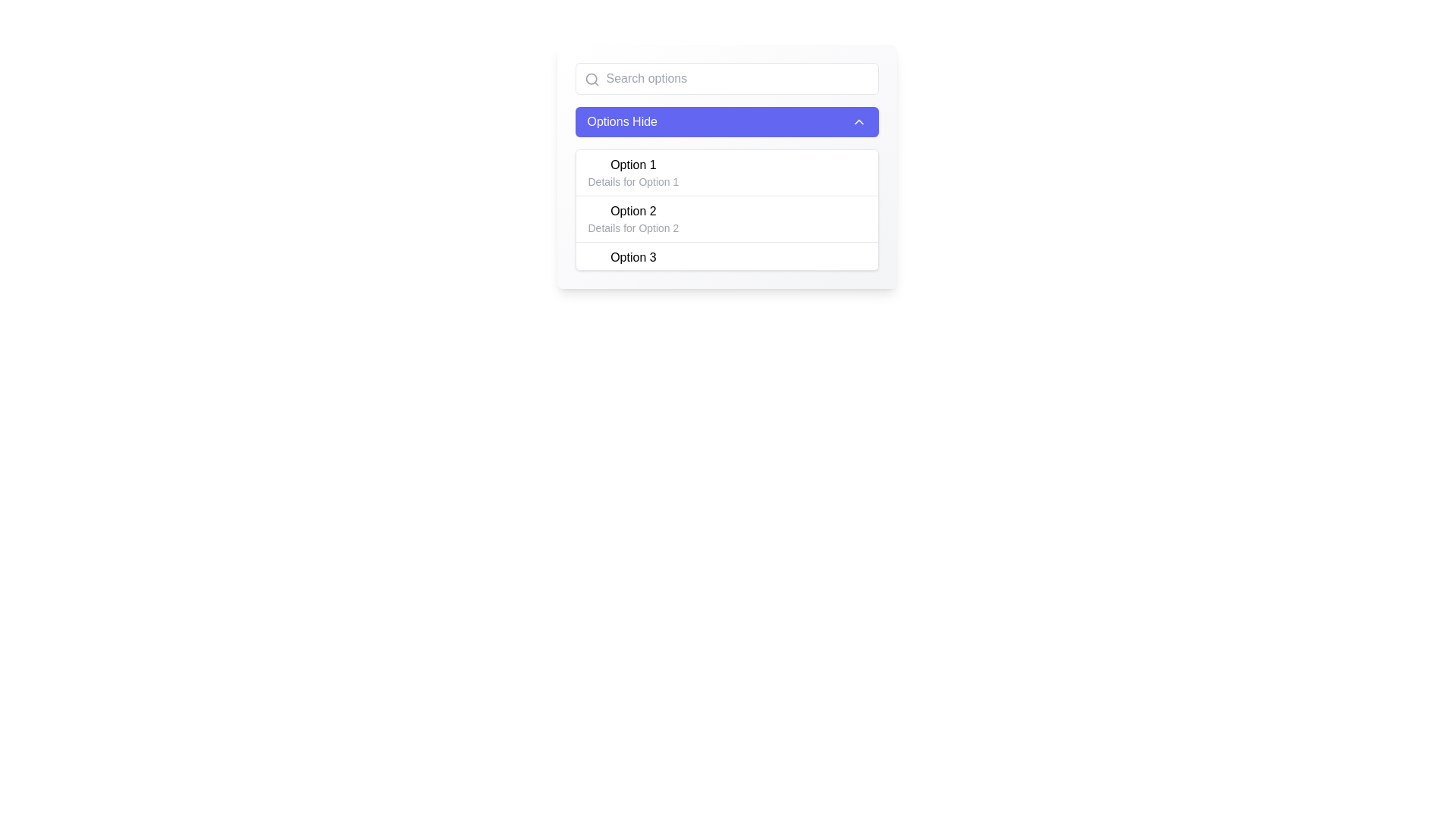 The height and width of the screenshot is (819, 1456). What do you see at coordinates (726, 264) in the screenshot?
I see `the selectable option labeled 'Option 3' which displays additional details below it, indicating its interactive nature in the dropdown menu` at bounding box center [726, 264].